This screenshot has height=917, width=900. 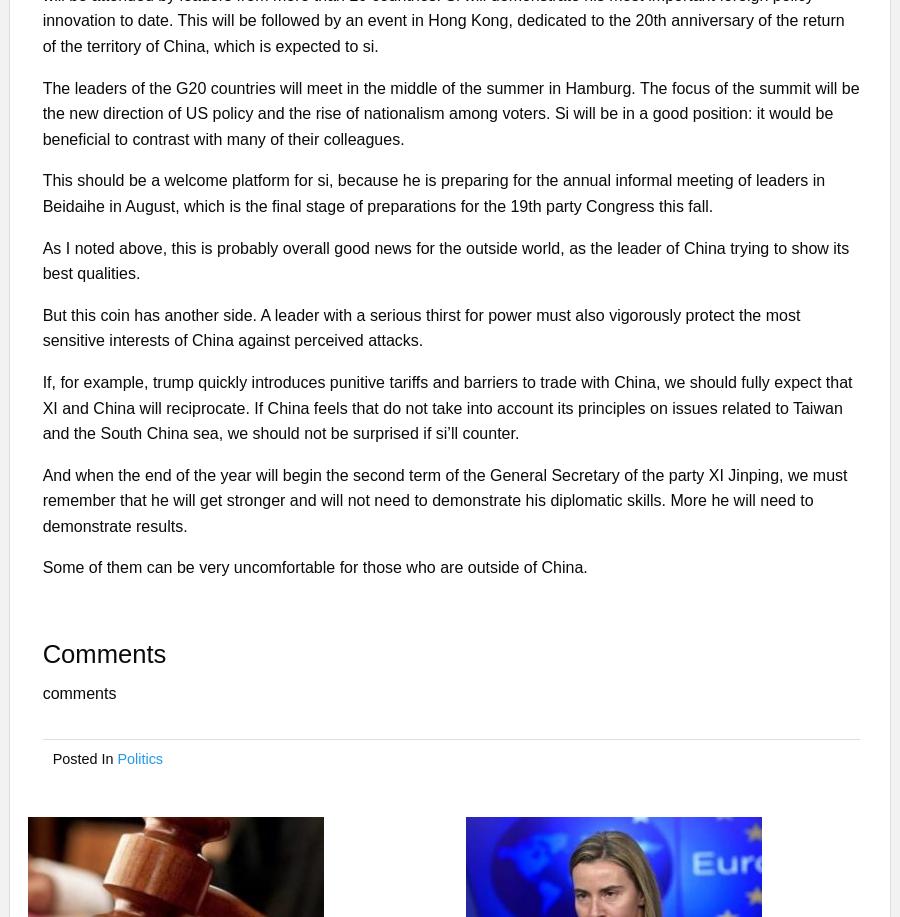 What do you see at coordinates (41, 653) in the screenshot?
I see `'Comments'` at bounding box center [41, 653].